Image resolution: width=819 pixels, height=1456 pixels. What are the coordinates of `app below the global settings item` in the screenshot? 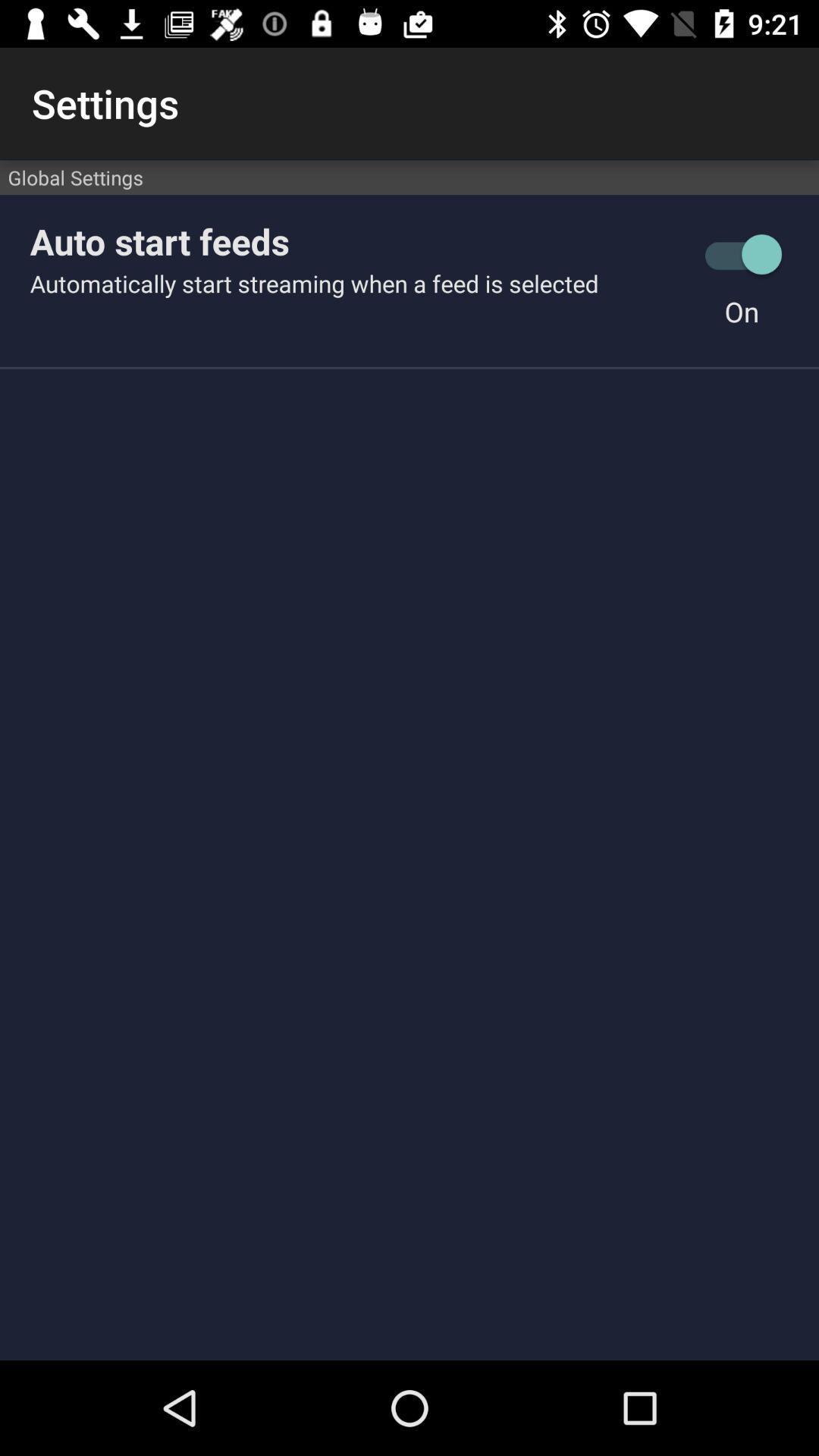 It's located at (741, 254).